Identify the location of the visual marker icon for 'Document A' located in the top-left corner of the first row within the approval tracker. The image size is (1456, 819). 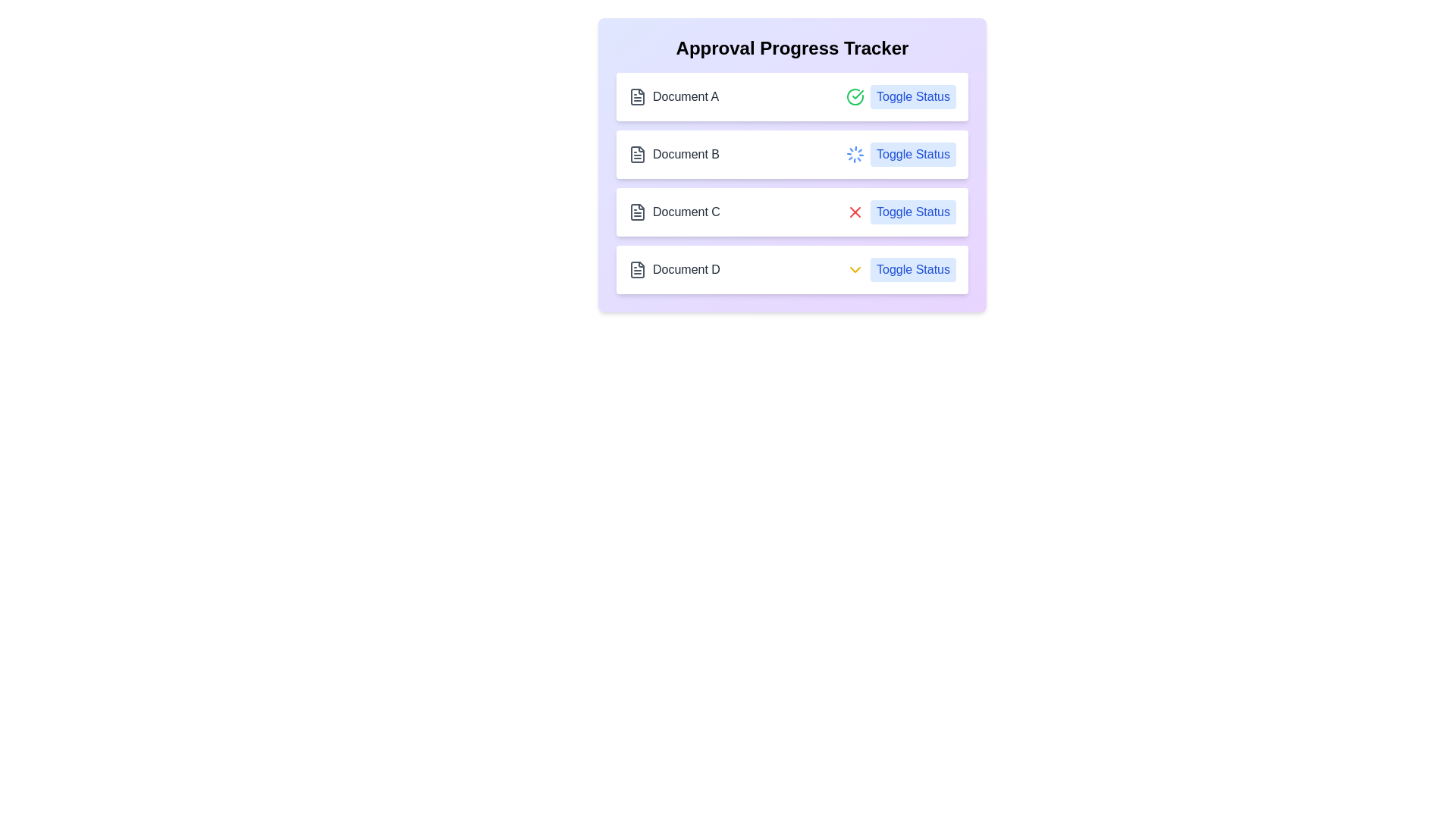
(637, 96).